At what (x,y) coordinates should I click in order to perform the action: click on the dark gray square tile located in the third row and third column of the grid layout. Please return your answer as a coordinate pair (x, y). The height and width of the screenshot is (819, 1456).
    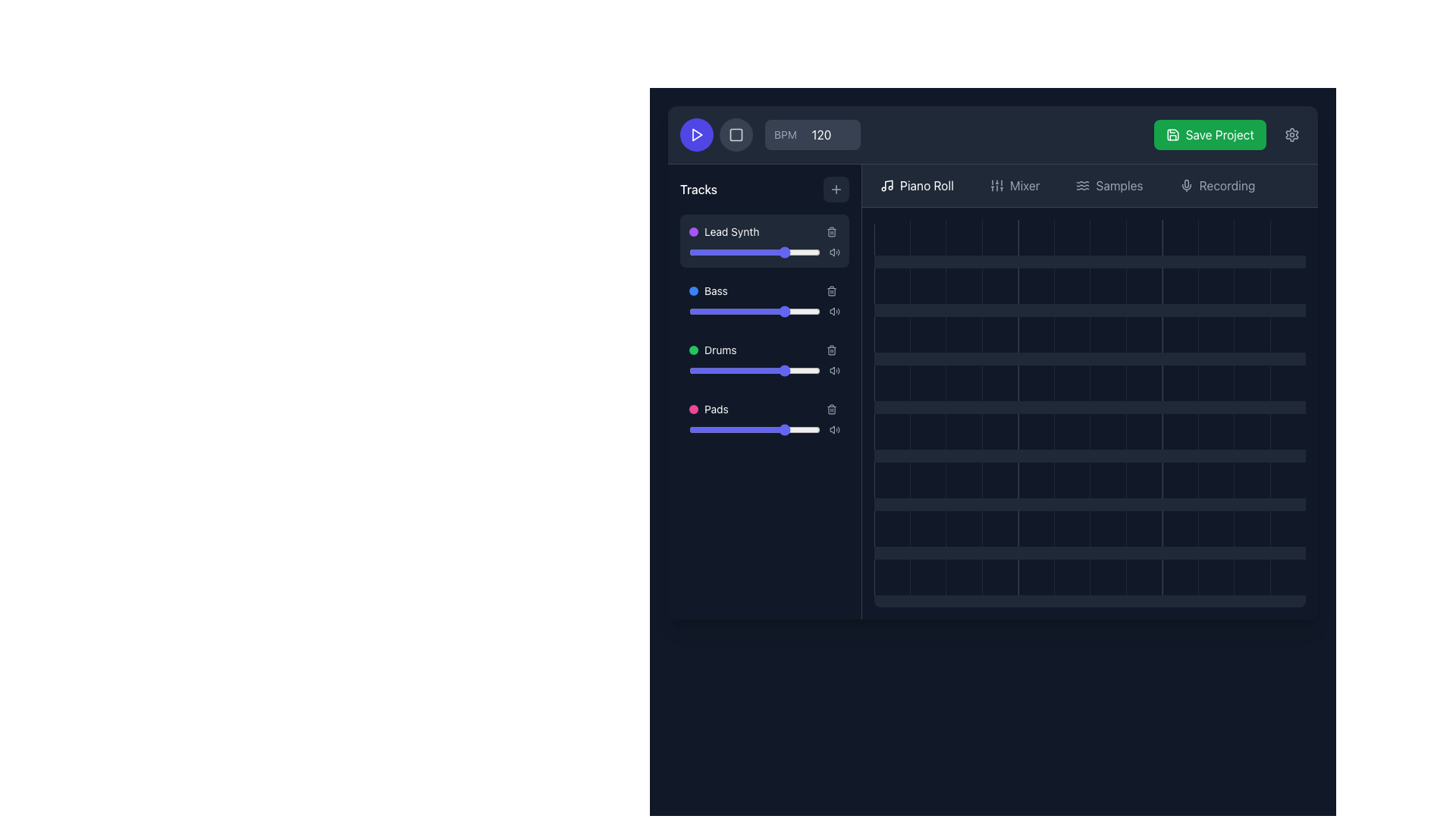
    Looking at the image, I should click on (963, 382).